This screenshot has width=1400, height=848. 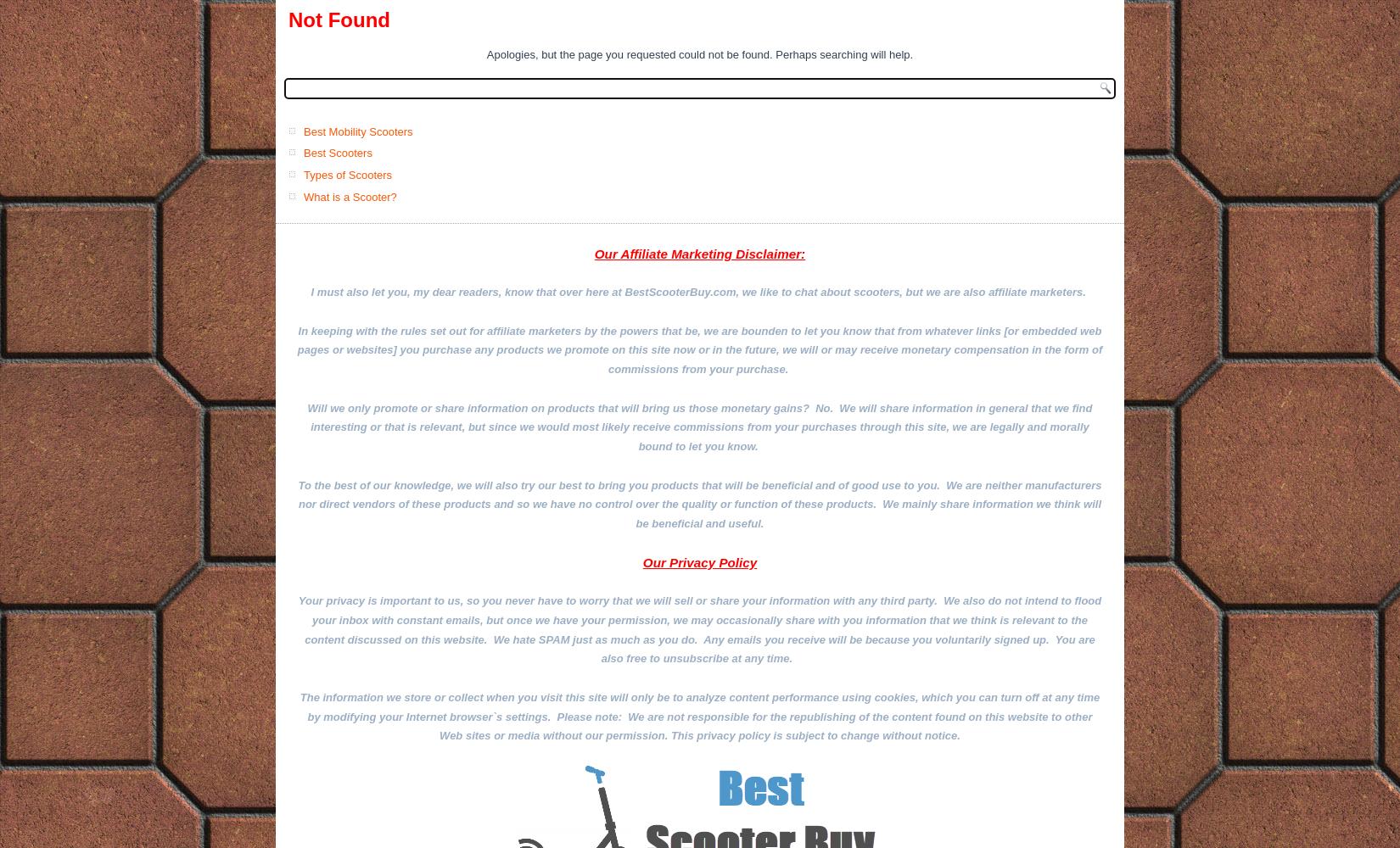 What do you see at coordinates (698, 628) in the screenshot?
I see `'Your privacy is important to us, so you never have to worry that we will sell or share your information with any third party.  We also do not intend to flood your inbox with constant emails, but once we have your permission, we may occasionally share with you information that we think is relevant to the content discussed on this website.  We hate SPAM just as much as you do.  Any emails you receive will be because you voluntarily signed up.  You are also free to unsubscribe at any time.'` at bounding box center [698, 628].